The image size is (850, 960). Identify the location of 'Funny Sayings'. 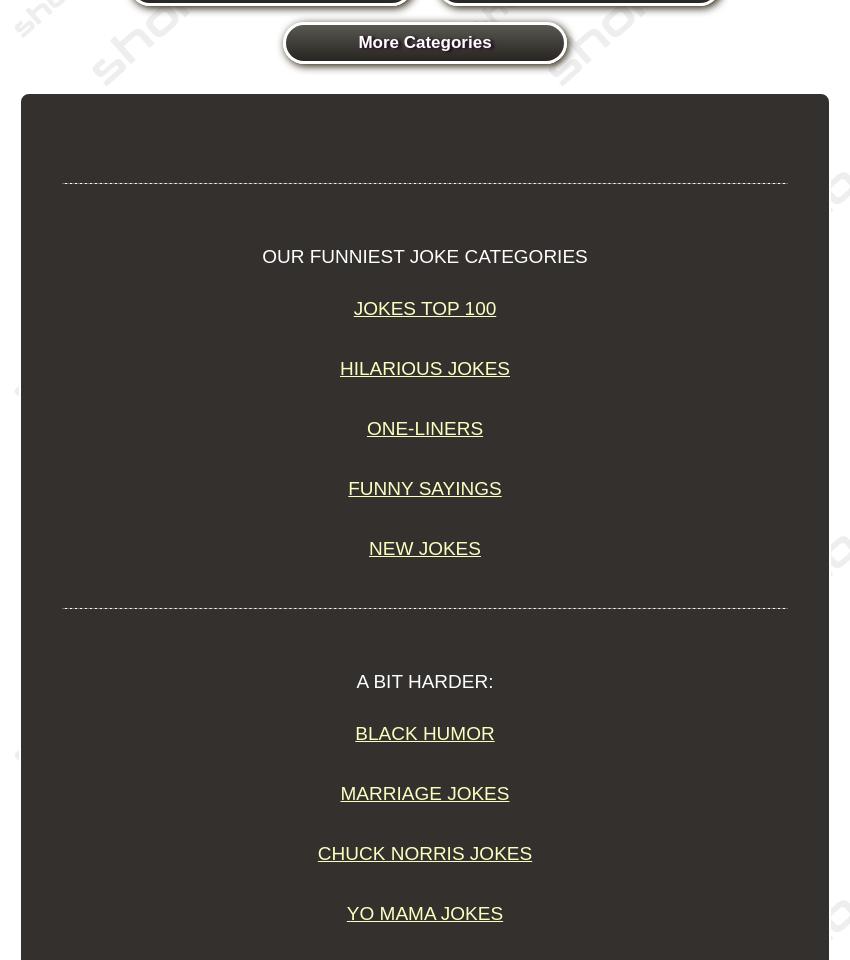
(346, 487).